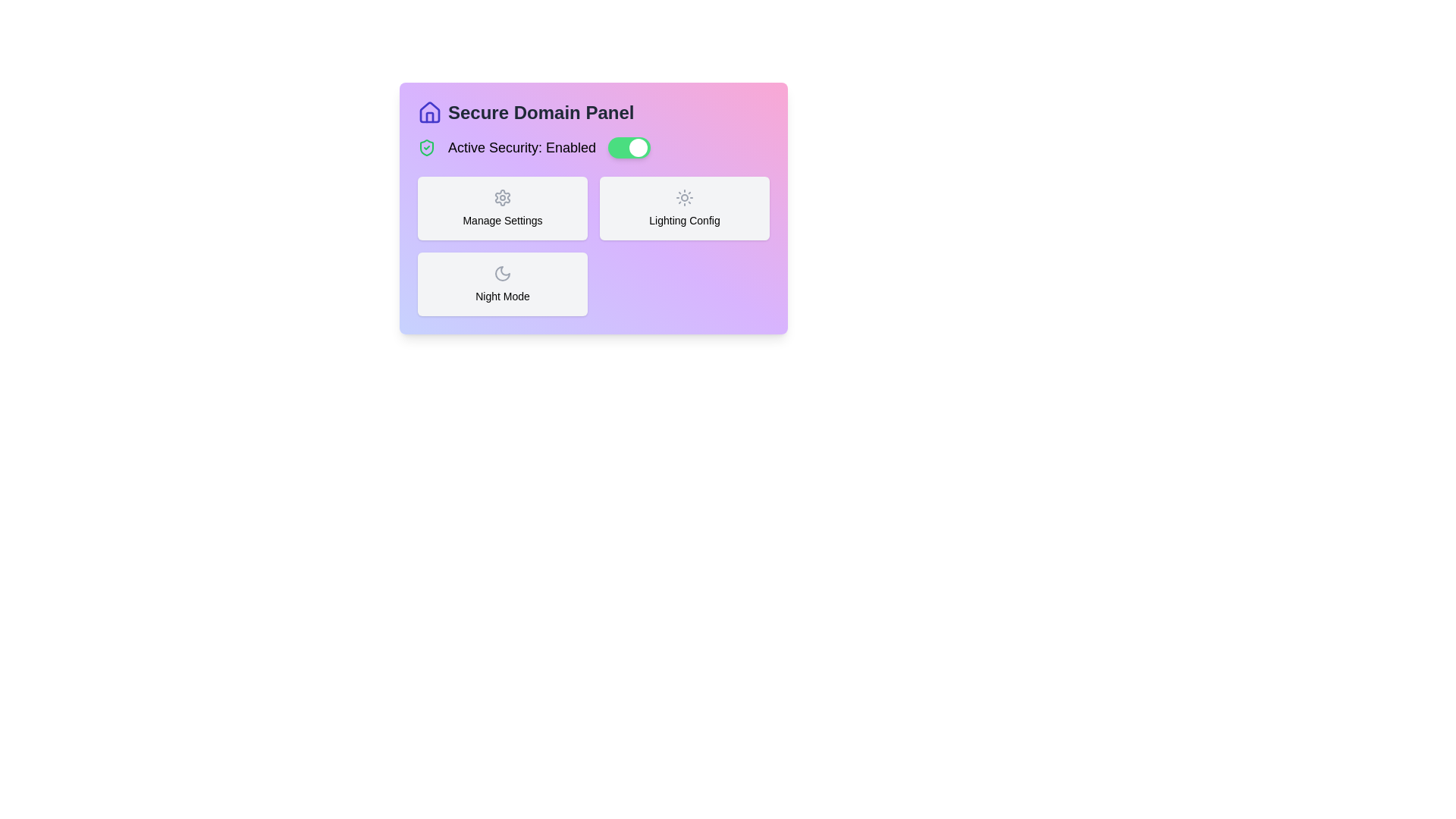 The width and height of the screenshot is (1456, 819). What do you see at coordinates (502, 197) in the screenshot?
I see `the 'Manage Settings' button, which features a cogwheel vector graphic icon` at bounding box center [502, 197].